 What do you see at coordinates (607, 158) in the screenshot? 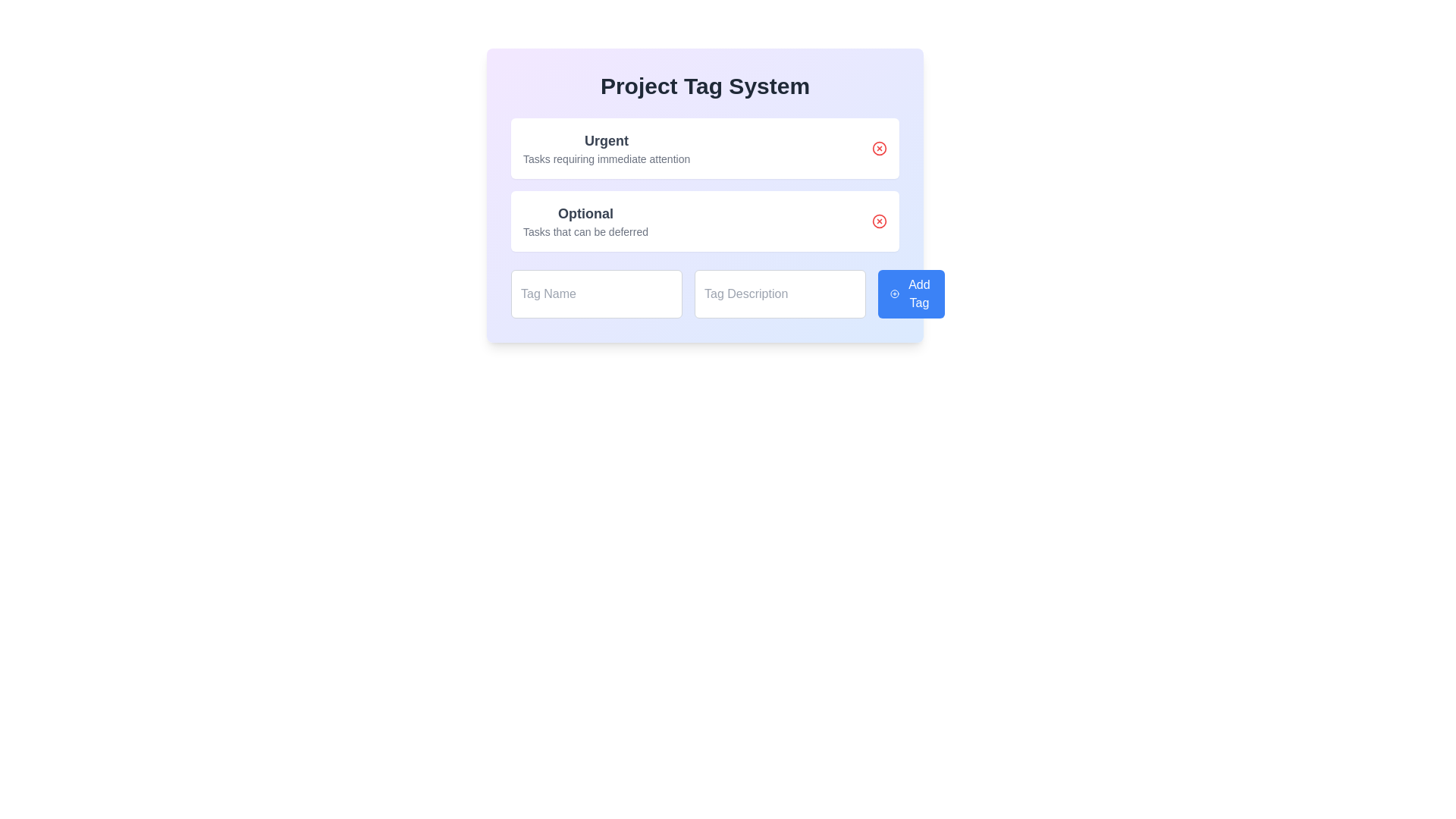
I see `the text element displaying 'Tasks requiring immediate attention', which is styled in small gray font and located below the 'Urgent' header` at bounding box center [607, 158].